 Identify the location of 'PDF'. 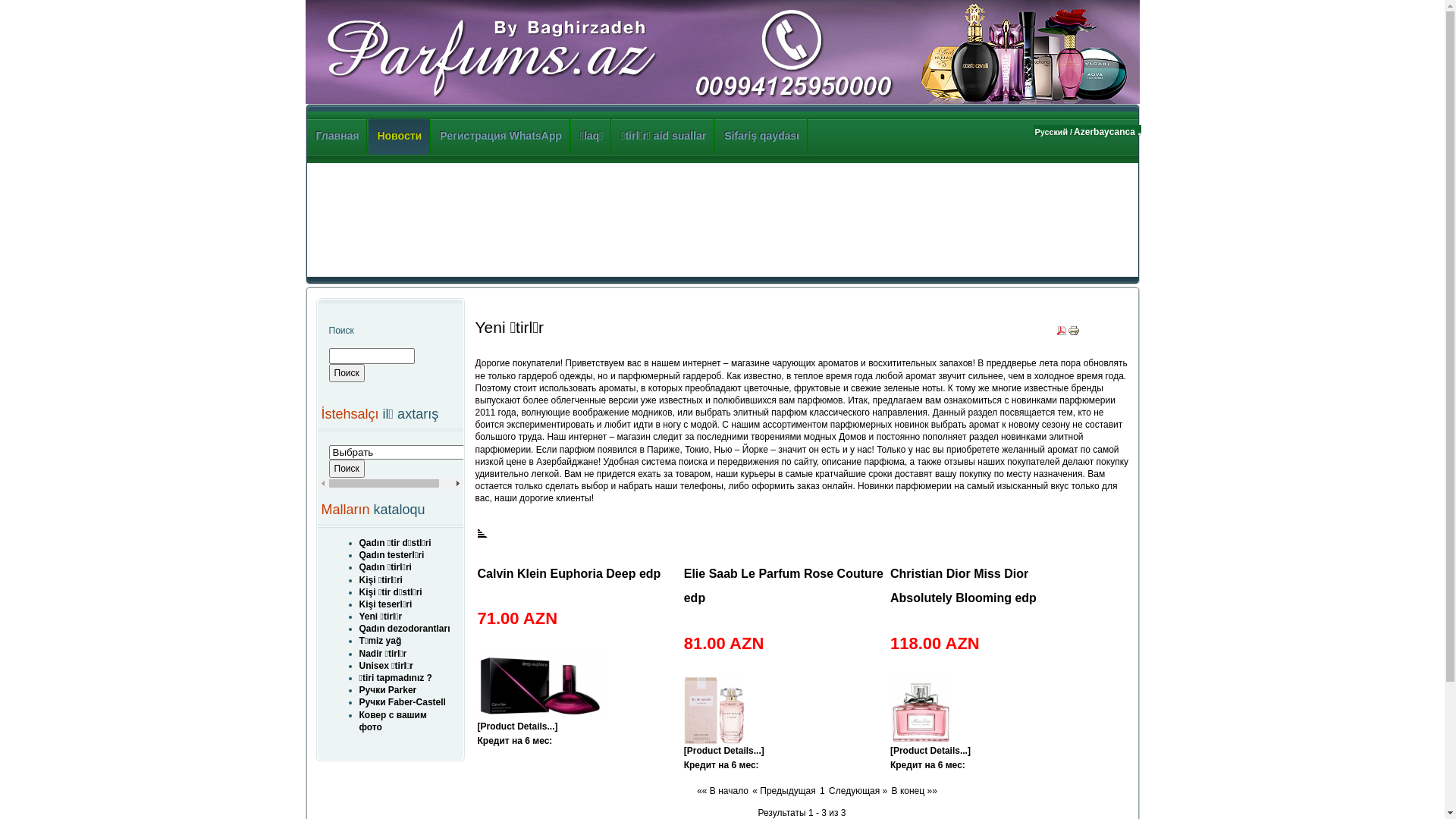
(1061, 327).